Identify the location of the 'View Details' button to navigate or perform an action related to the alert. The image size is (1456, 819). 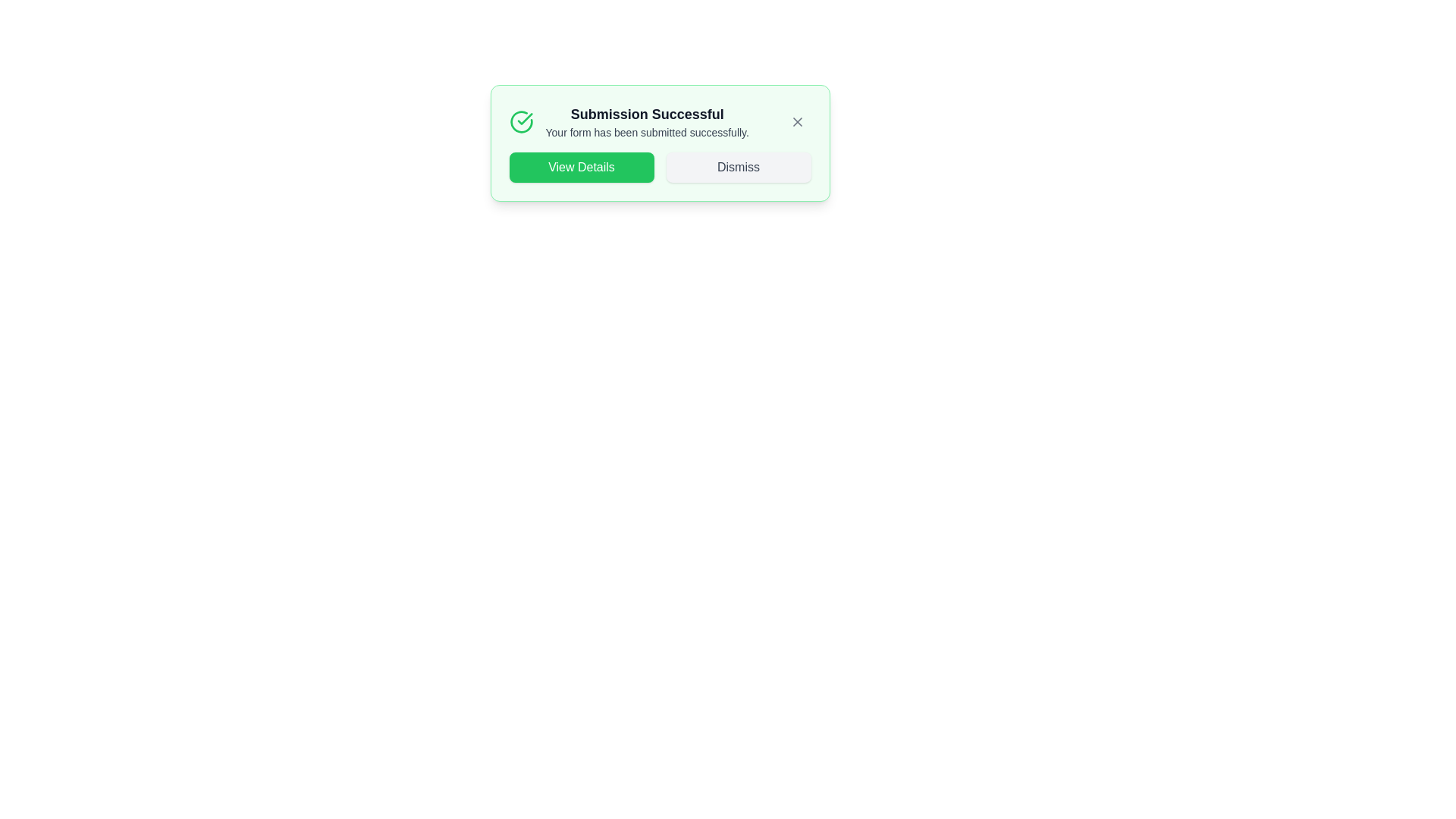
(581, 167).